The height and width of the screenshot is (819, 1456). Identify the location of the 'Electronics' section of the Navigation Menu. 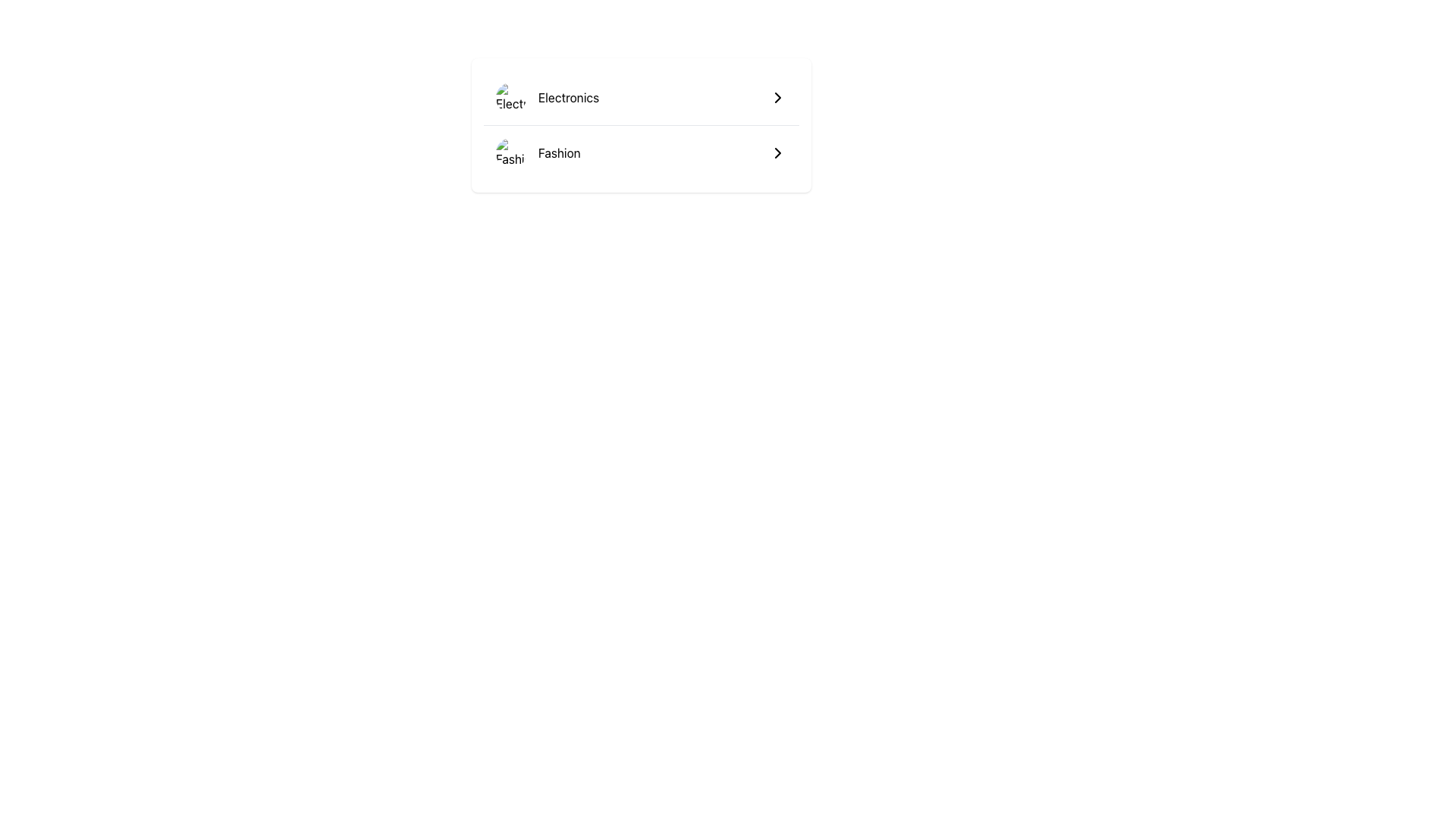
(641, 124).